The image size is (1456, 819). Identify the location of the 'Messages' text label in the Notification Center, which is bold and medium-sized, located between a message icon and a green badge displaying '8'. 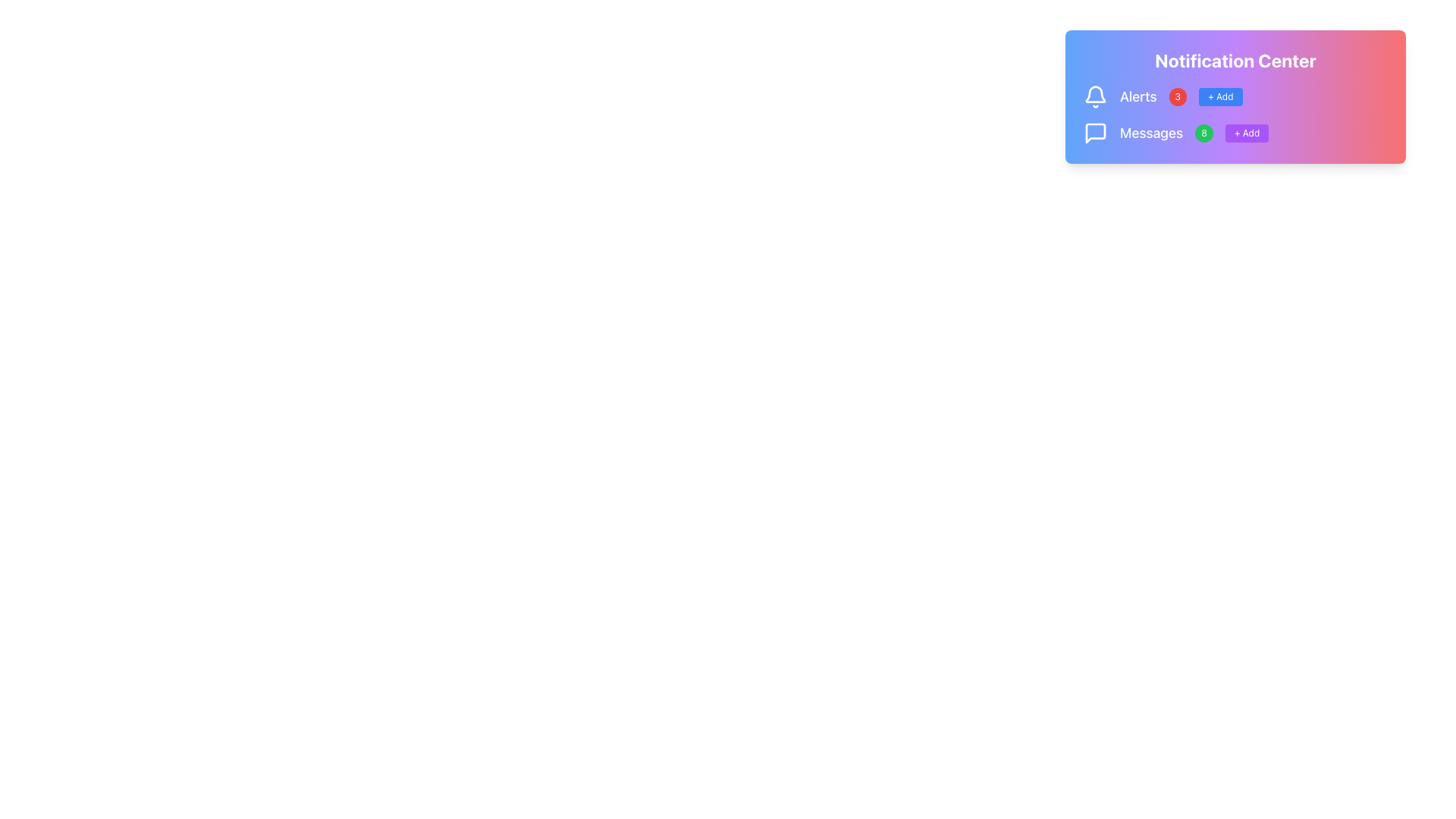
(1151, 133).